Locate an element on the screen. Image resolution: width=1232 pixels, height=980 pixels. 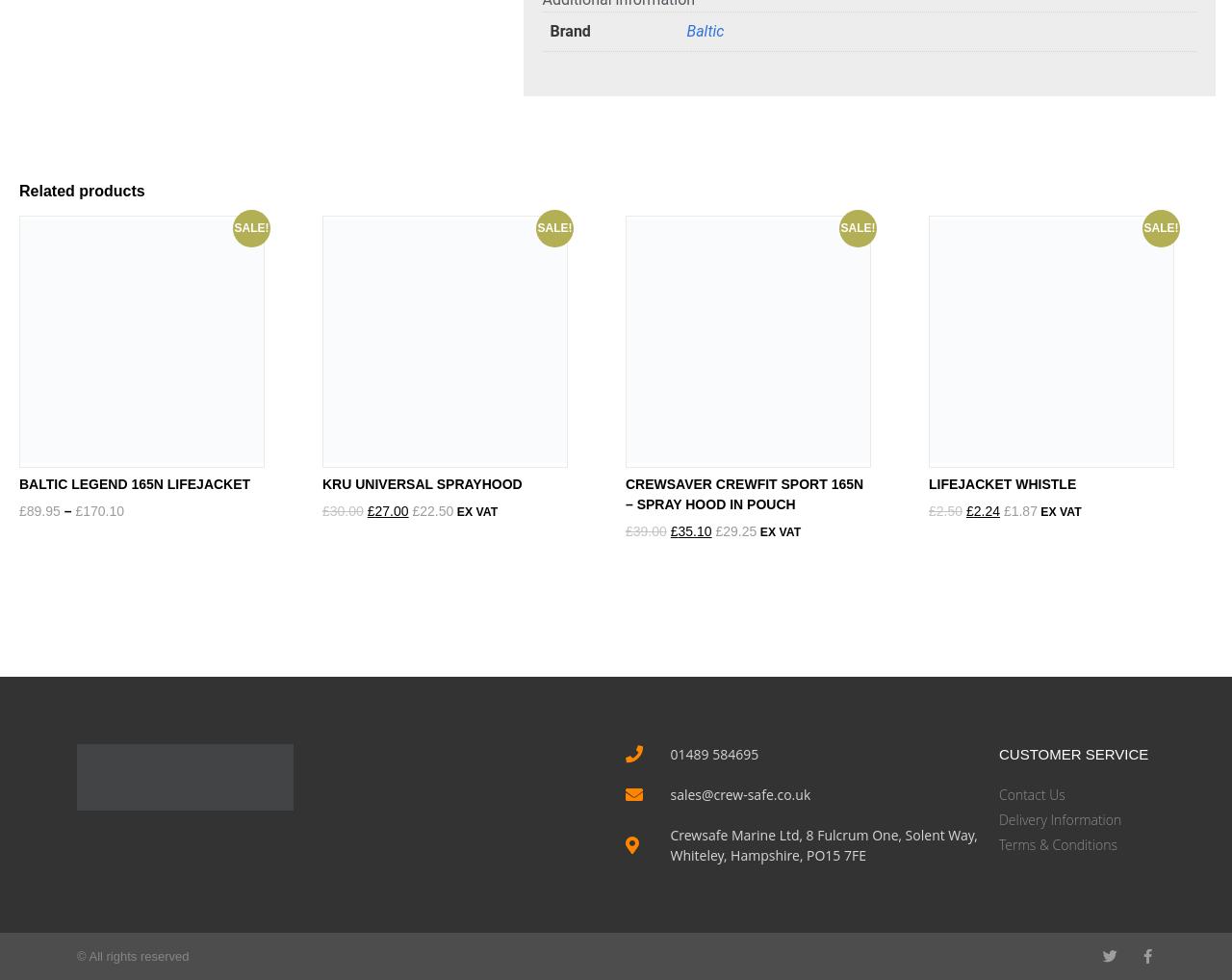
'© All rights reserved' is located at coordinates (131, 956).